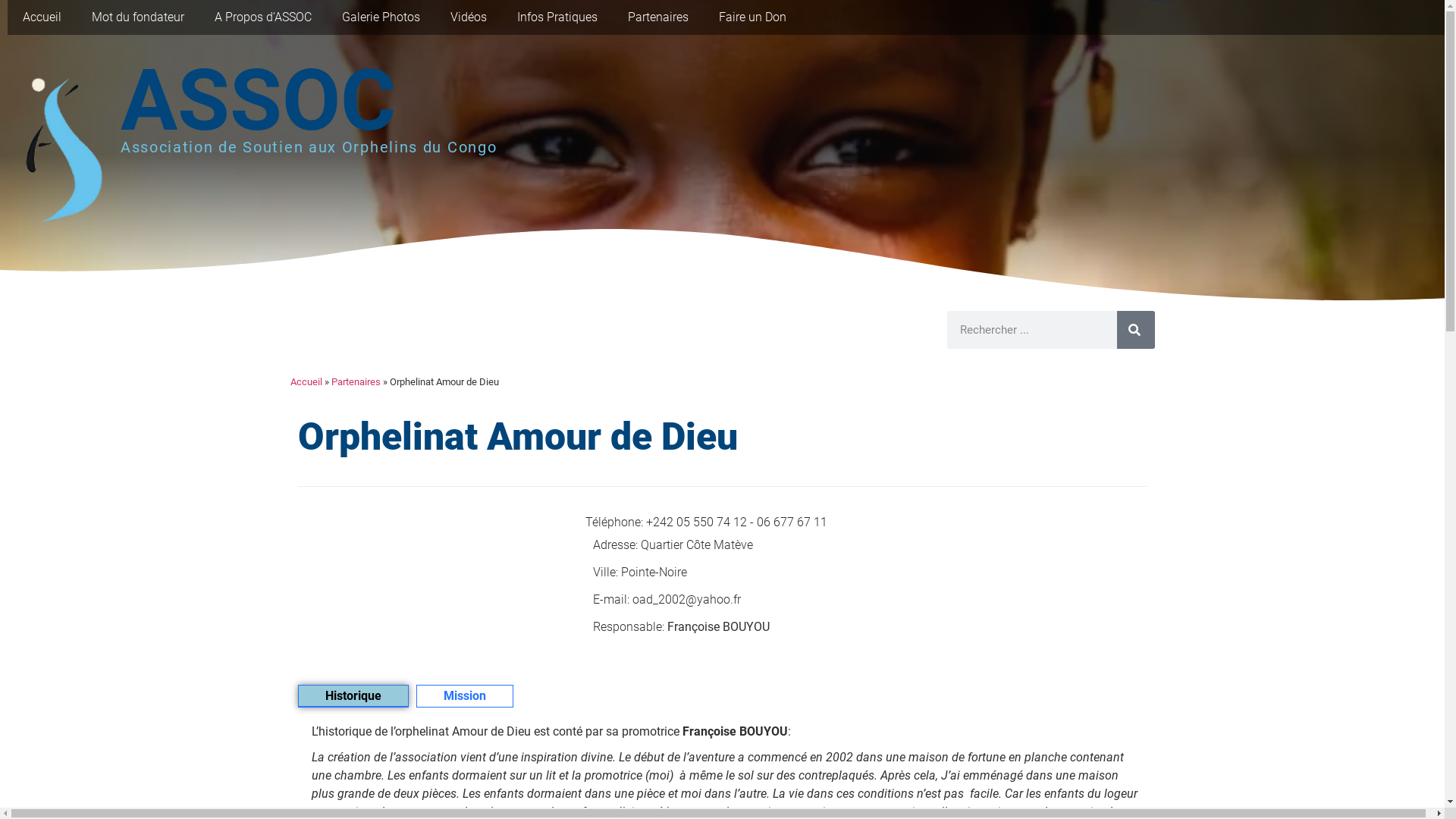  Describe the element at coordinates (258, 100) in the screenshot. I see `'ASSOC'` at that location.